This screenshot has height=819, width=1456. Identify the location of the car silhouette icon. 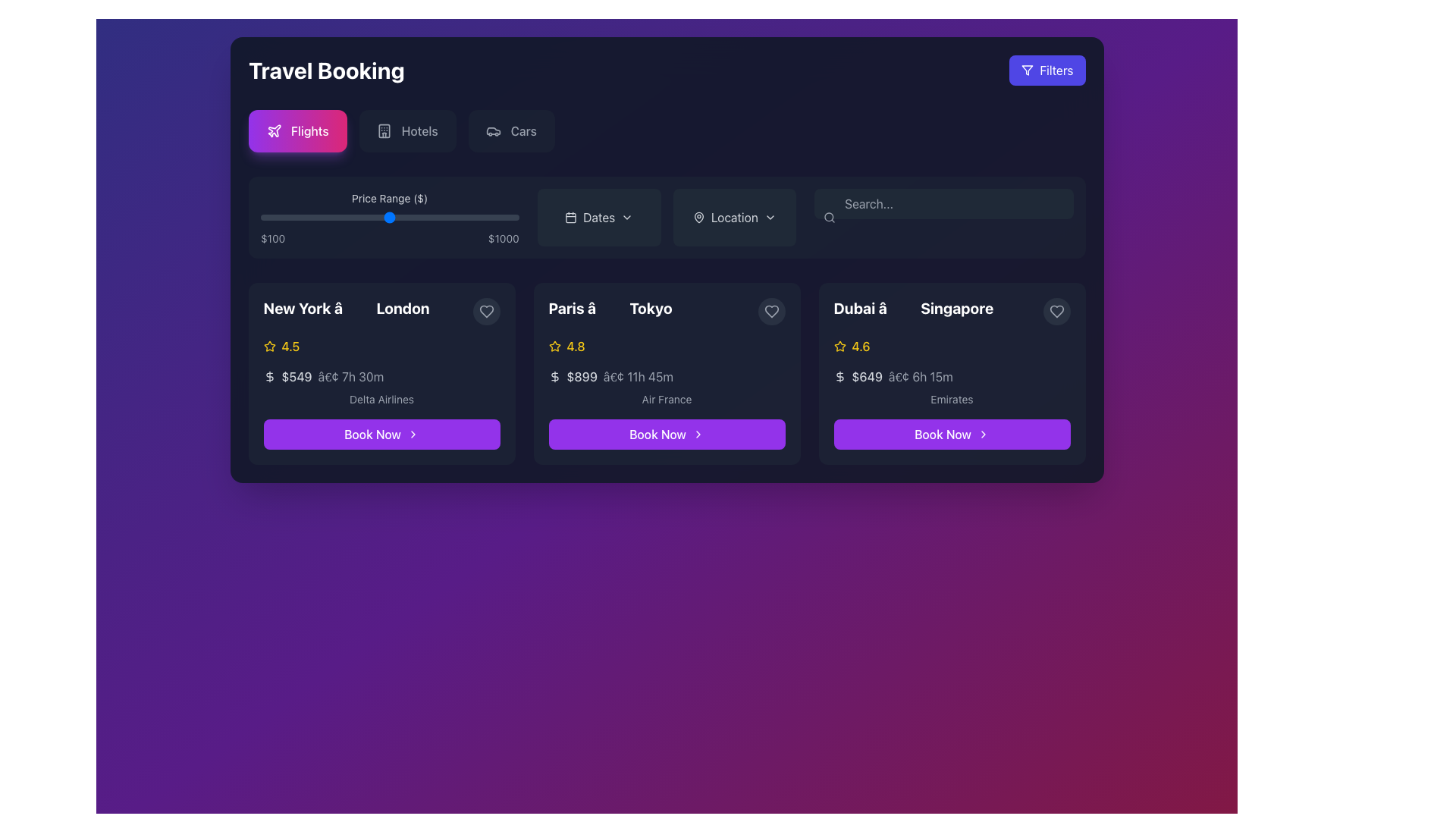
(494, 130).